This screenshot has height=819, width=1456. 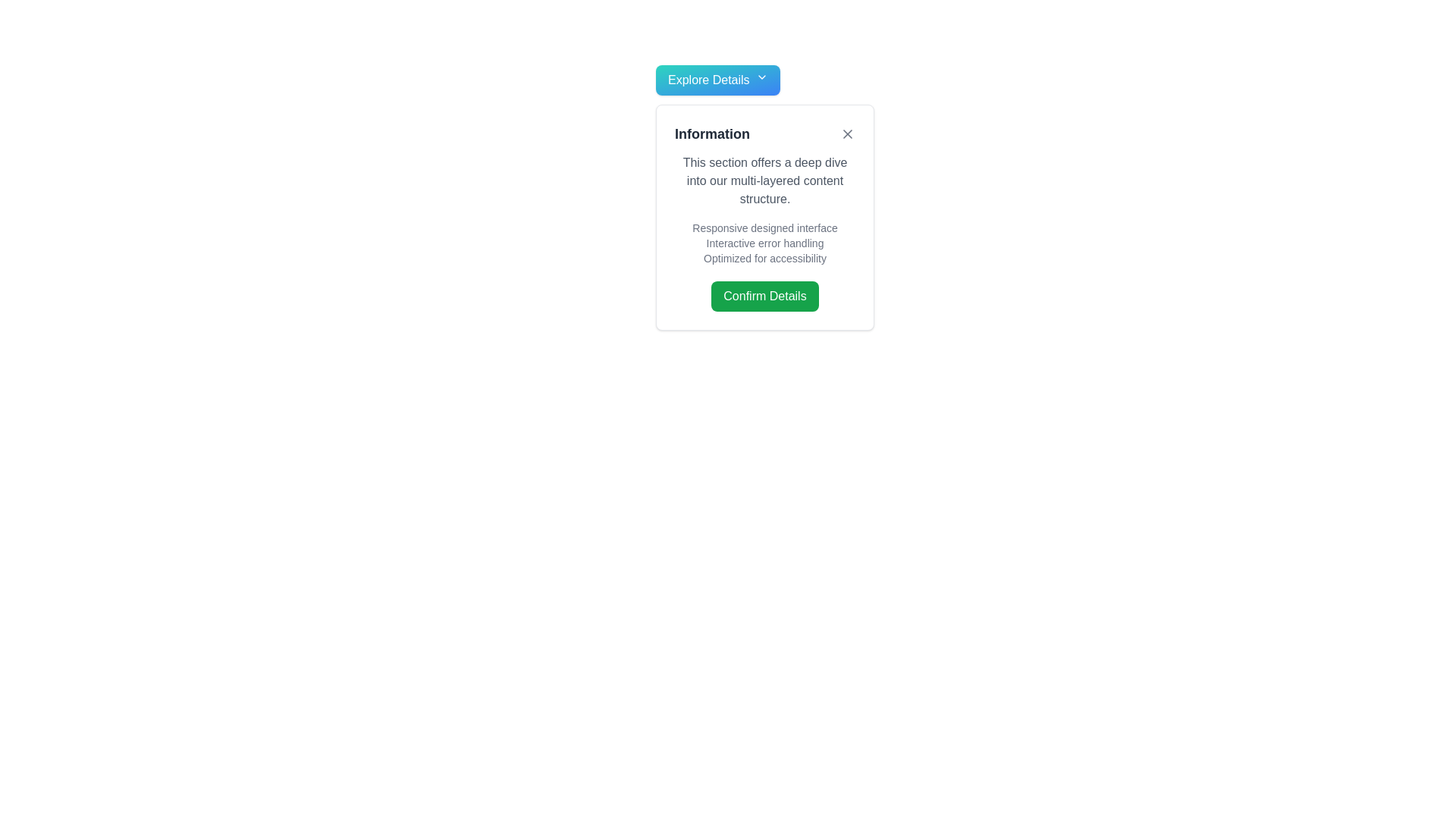 What do you see at coordinates (764, 80) in the screenshot?
I see `the 'Explore Details' dropdown trigger button with a teal to blue gradient background` at bounding box center [764, 80].